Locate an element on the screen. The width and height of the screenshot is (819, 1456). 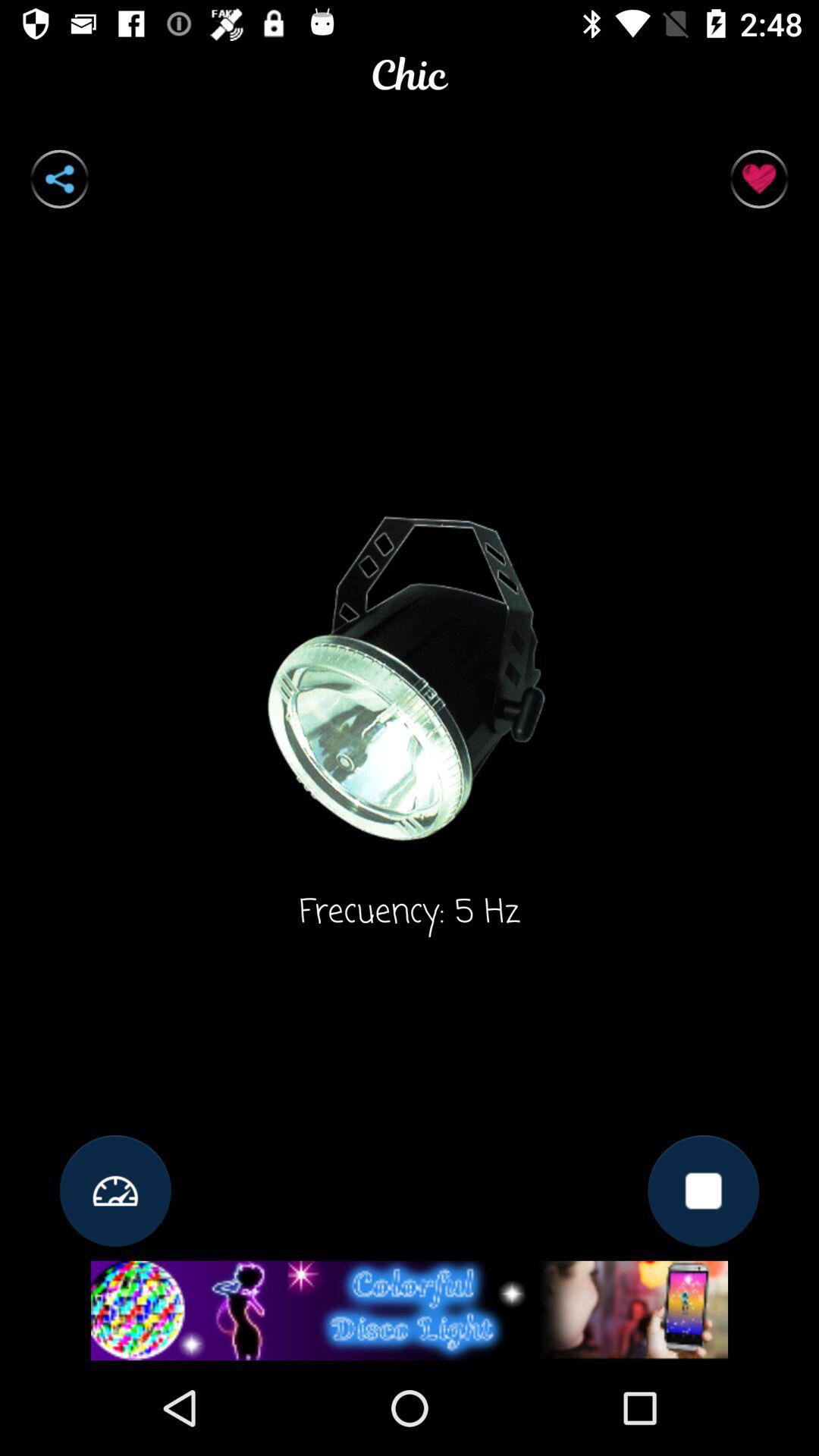
sharing function is located at coordinates (58, 179).